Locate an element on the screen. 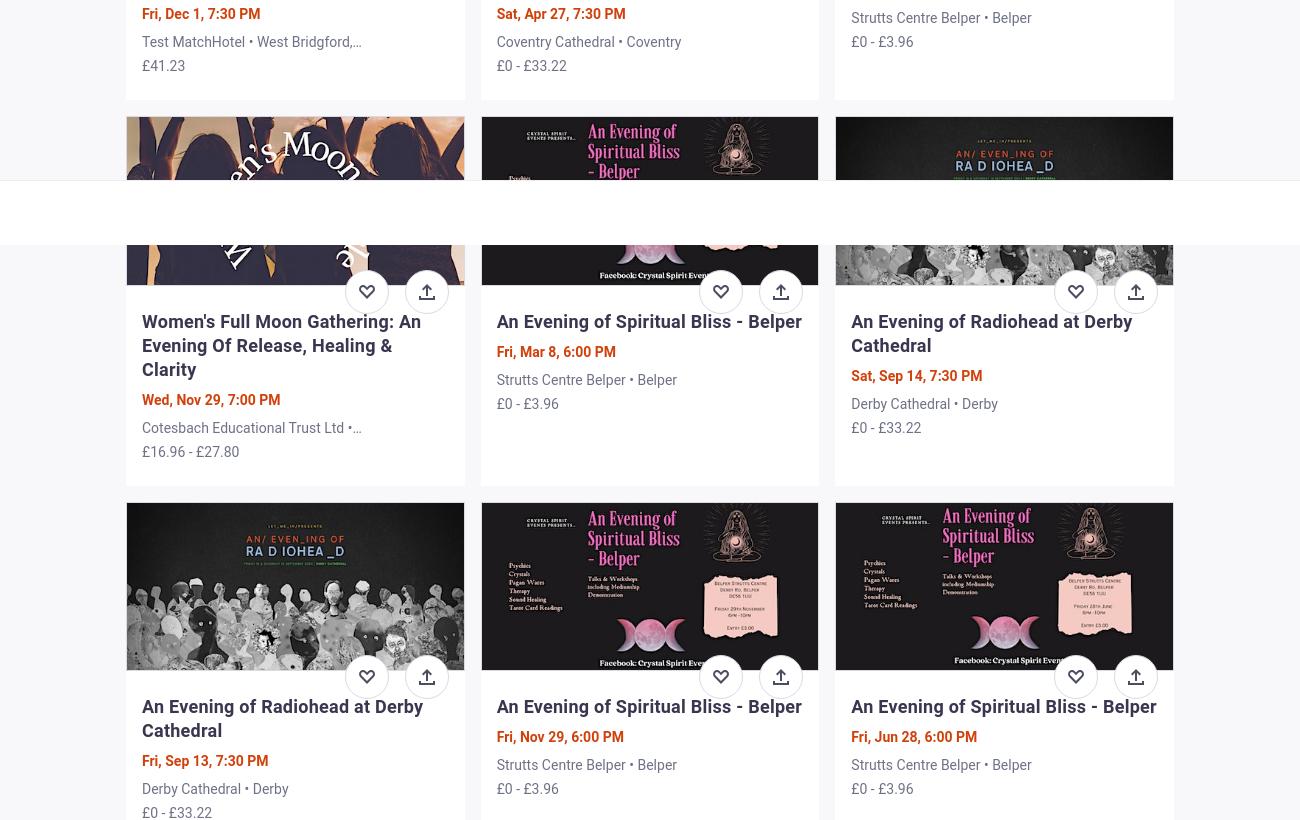 This screenshot has height=820, width=1300. 'Test MatchHotel • West Bridgford, Nottingham' is located at coordinates (246, 50).